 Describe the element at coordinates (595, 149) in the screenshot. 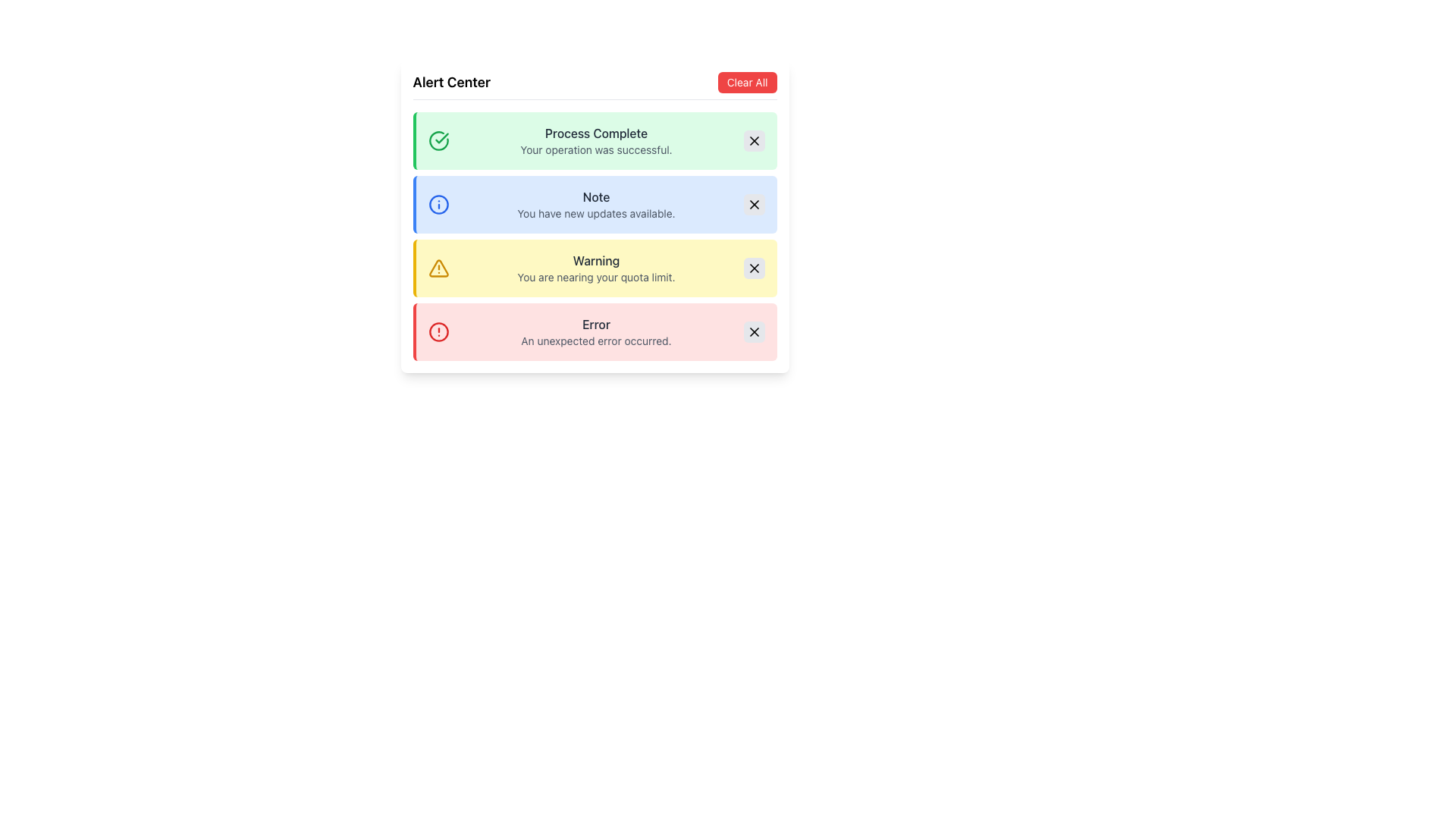

I see `the static text label inside the green notification box that provides additional descriptive information about the success of an operation, located under the title 'Process Complete' in the Alert Center` at that location.